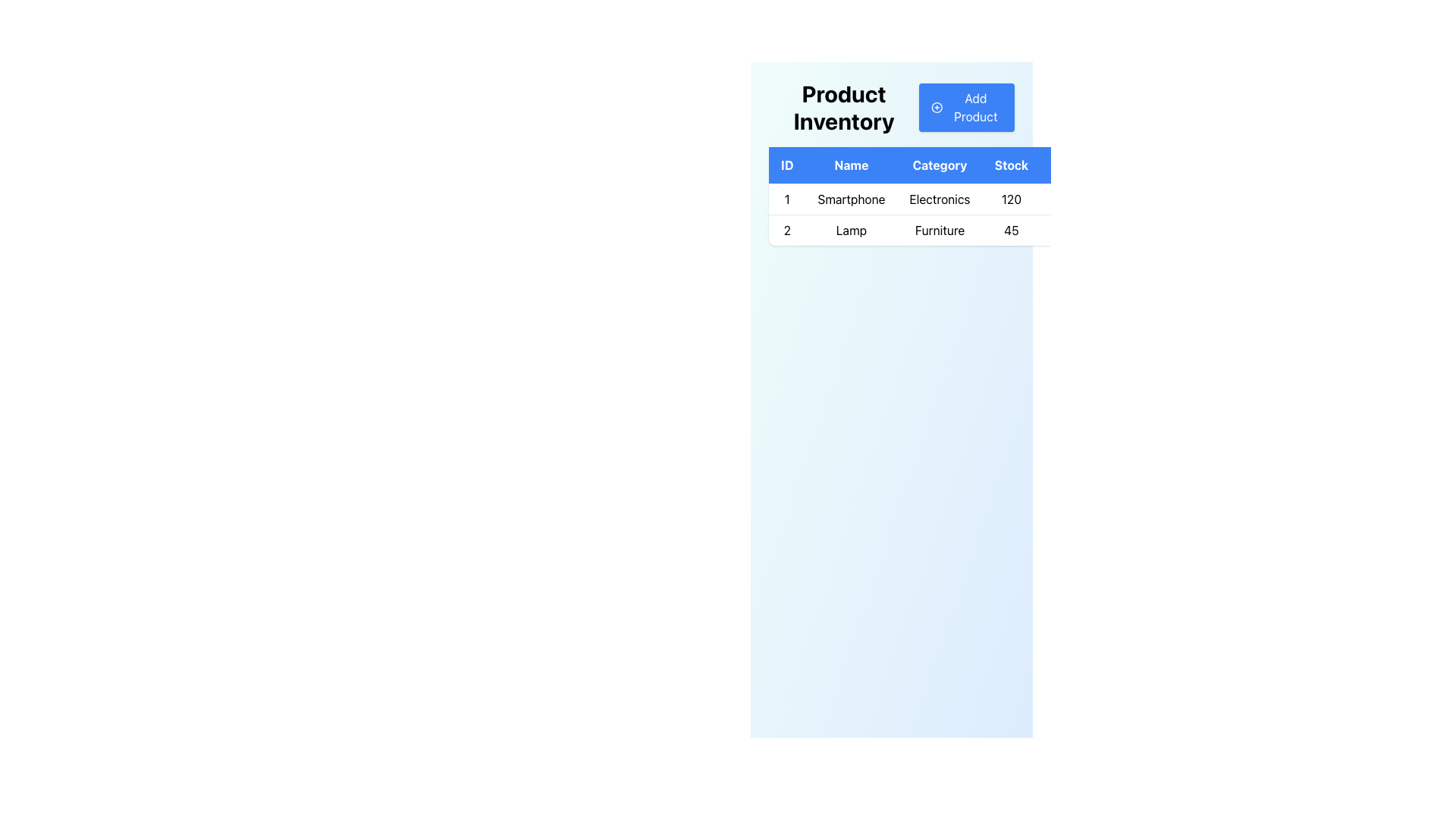 This screenshot has height=819, width=1456. What do you see at coordinates (843, 107) in the screenshot?
I see `the title text label located at the extreme left of the interface, preceding the 'Add Product' button` at bounding box center [843, 107].